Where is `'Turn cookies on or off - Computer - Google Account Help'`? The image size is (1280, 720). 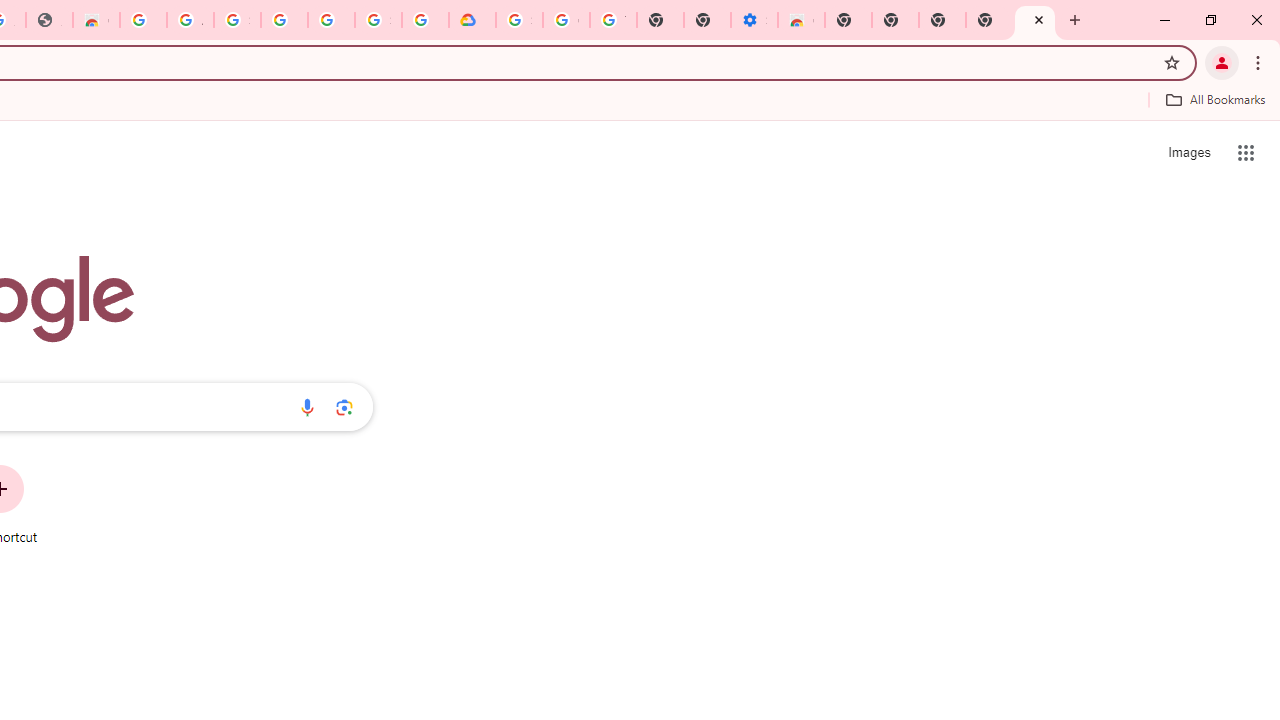
'Turn cookies on or off - Computer - Google Account Help' is located at coordinates (612, 20).